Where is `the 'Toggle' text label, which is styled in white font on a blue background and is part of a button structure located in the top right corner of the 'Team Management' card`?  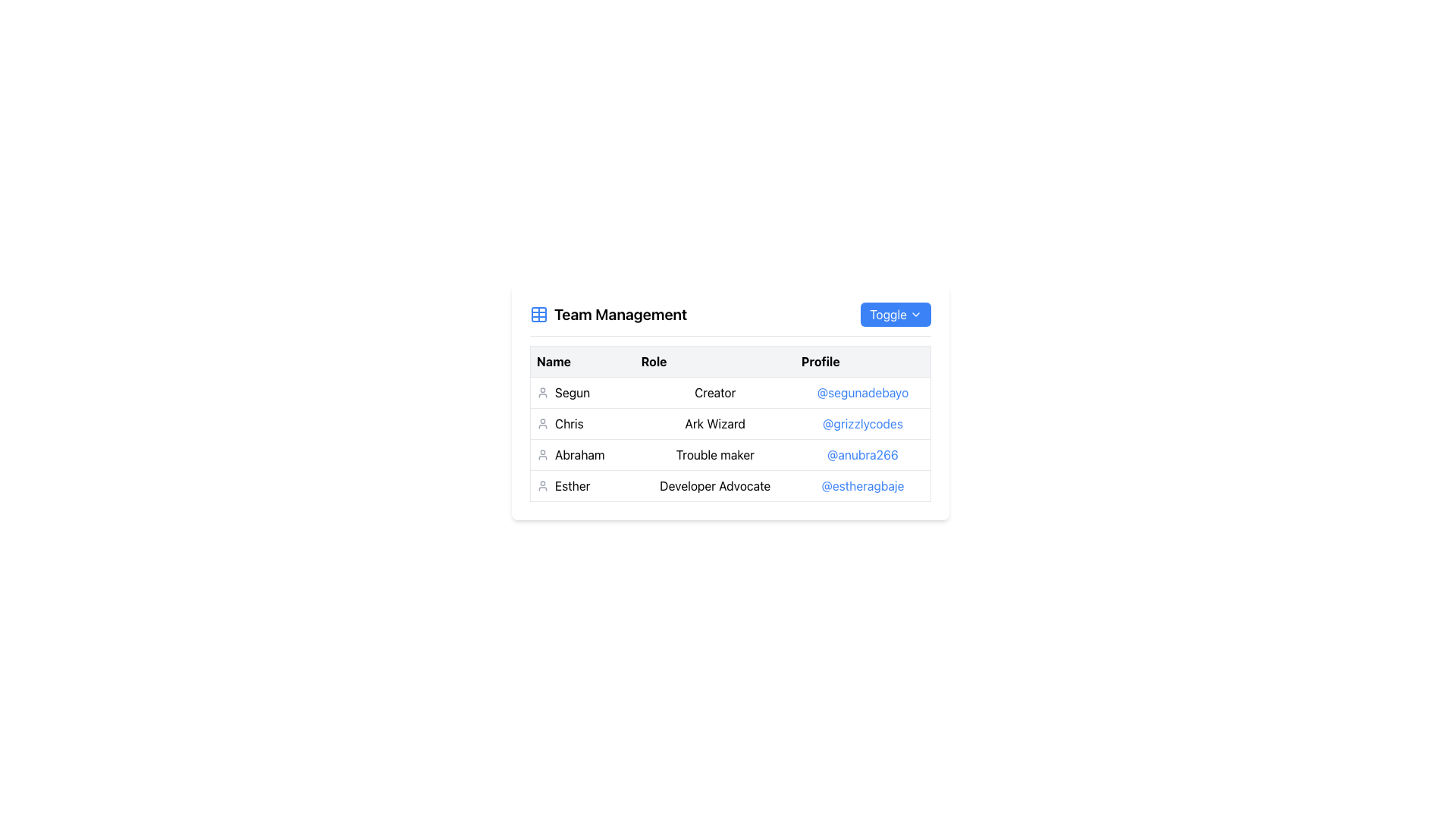 the 'Toggle' text label, which is styled in white font on a blue background and is part of a button structure located in the top right corner of the 'Team Management' card is located at coordinates (888, 314).